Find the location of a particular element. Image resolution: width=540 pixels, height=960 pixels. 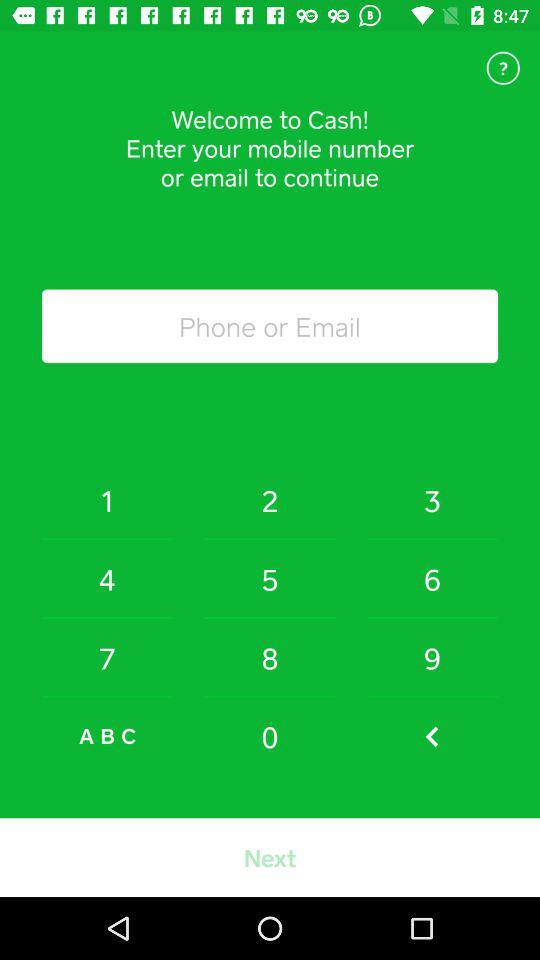

email enter option is located at coordinates (270, 326).